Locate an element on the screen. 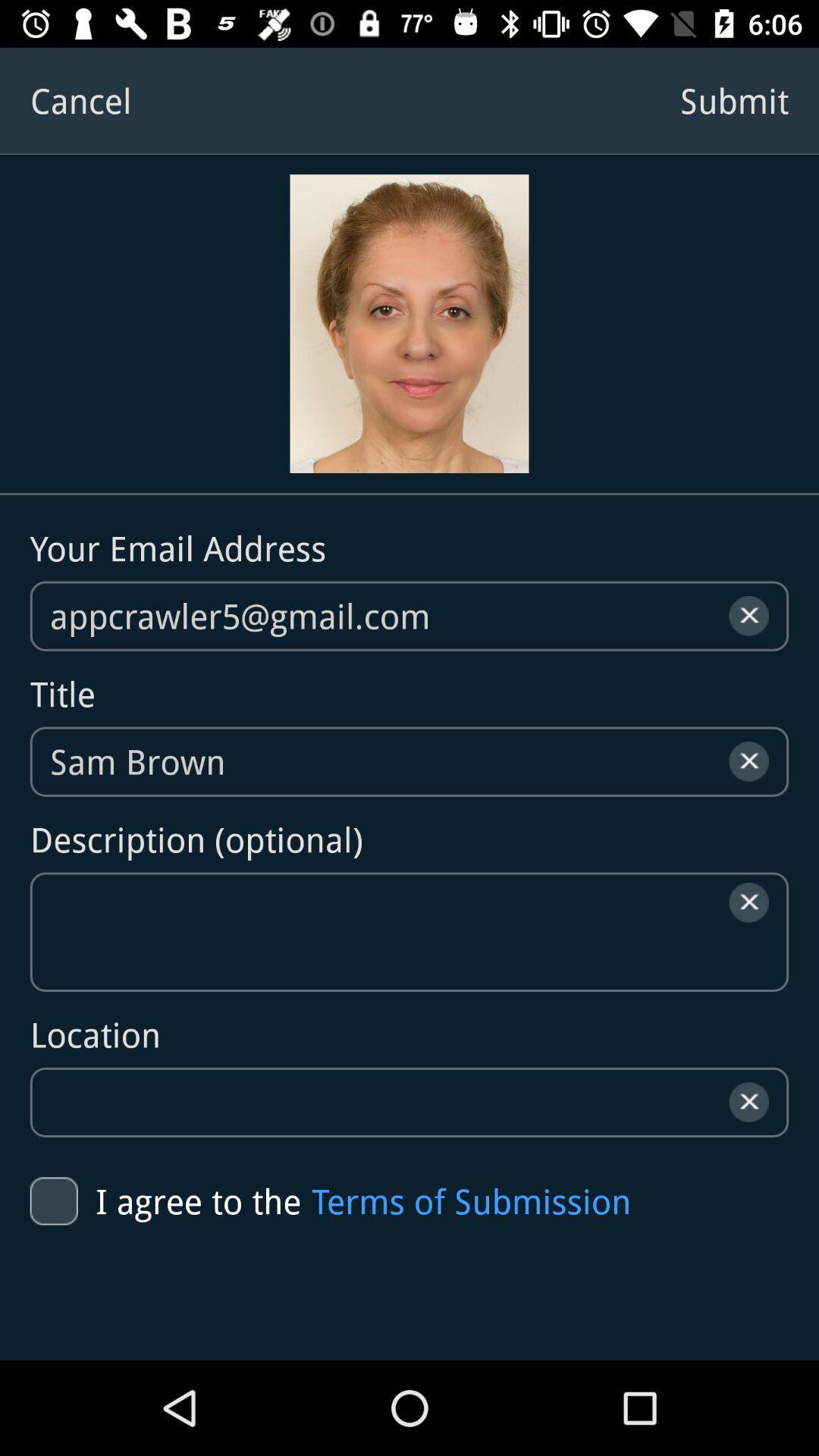 This screenshot has height=1456, width=819. the close icon is located at coordinates (748, 1102).